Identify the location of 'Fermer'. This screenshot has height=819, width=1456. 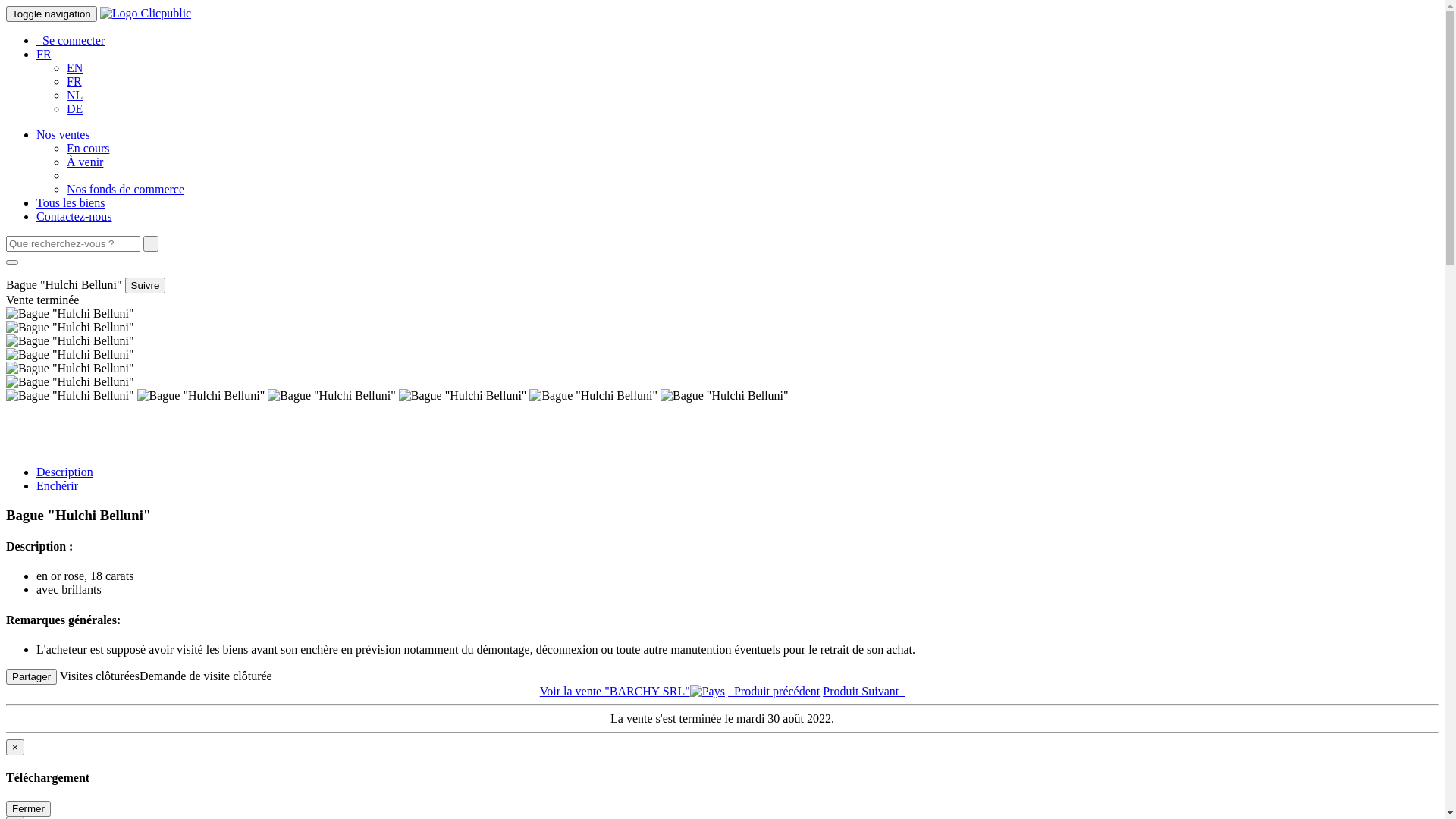
(6, 808).